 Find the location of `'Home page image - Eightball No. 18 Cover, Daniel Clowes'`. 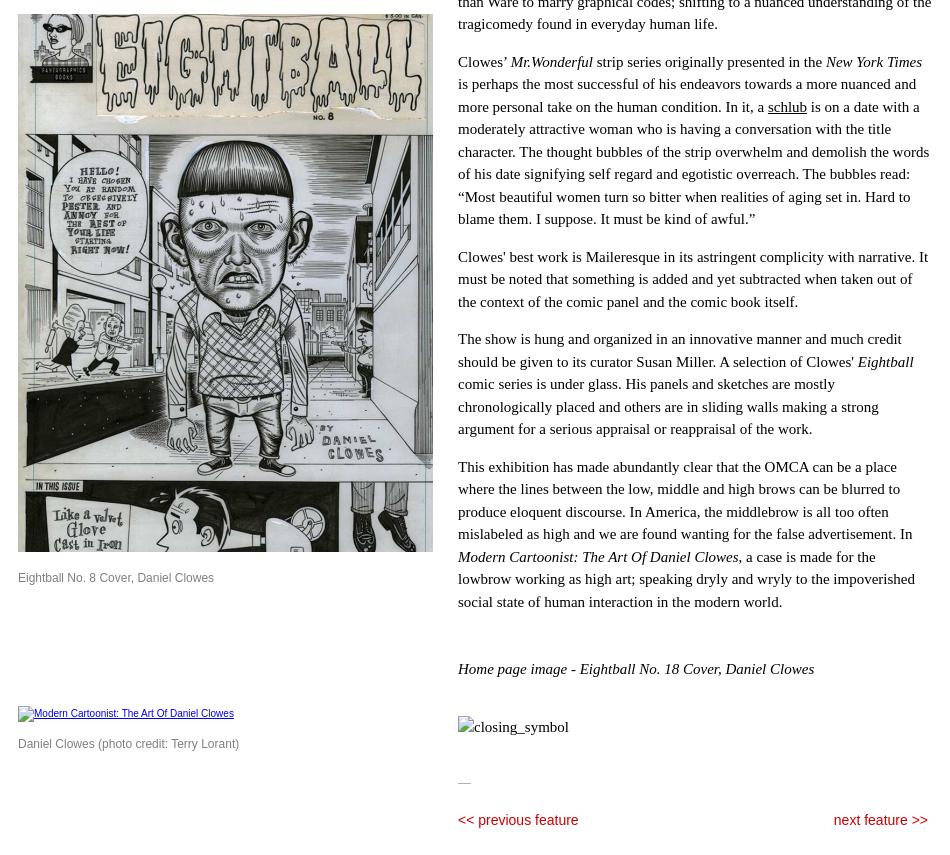

'Home page image - Eightball No. 18 Cover, Daniel Clowes' is located at coordinates (636, 669).